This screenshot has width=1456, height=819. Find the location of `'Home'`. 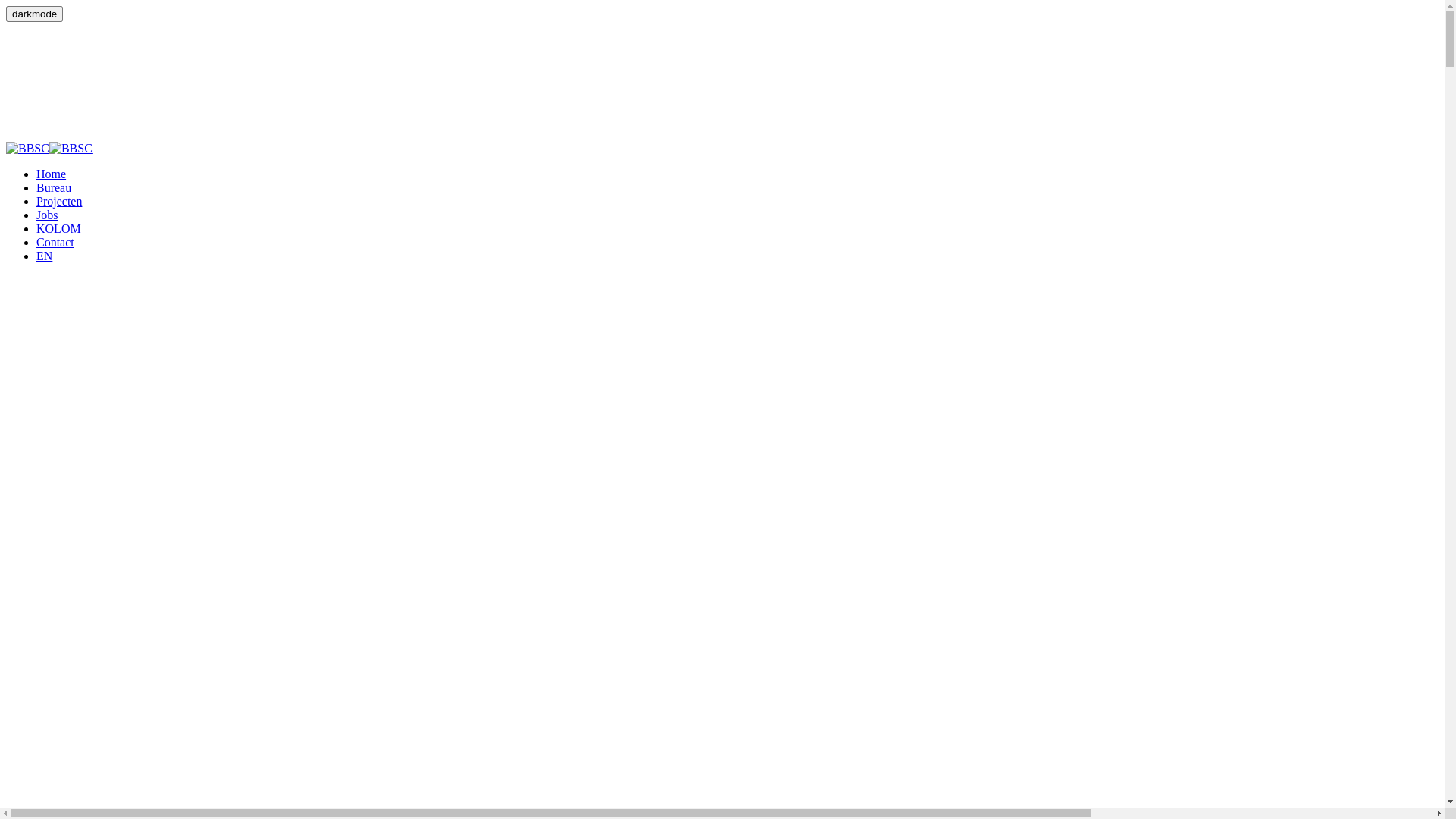

'Home' is located at coordinates (51, 173).